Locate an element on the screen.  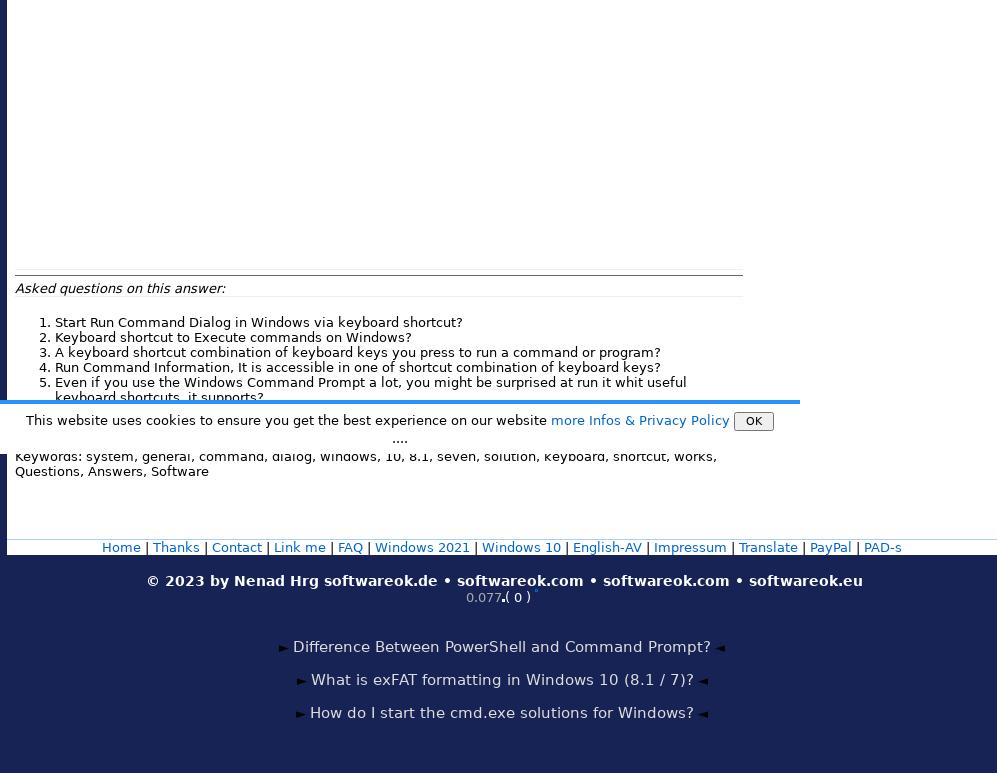
'Keywords:' is located at coordinates (49, 456).